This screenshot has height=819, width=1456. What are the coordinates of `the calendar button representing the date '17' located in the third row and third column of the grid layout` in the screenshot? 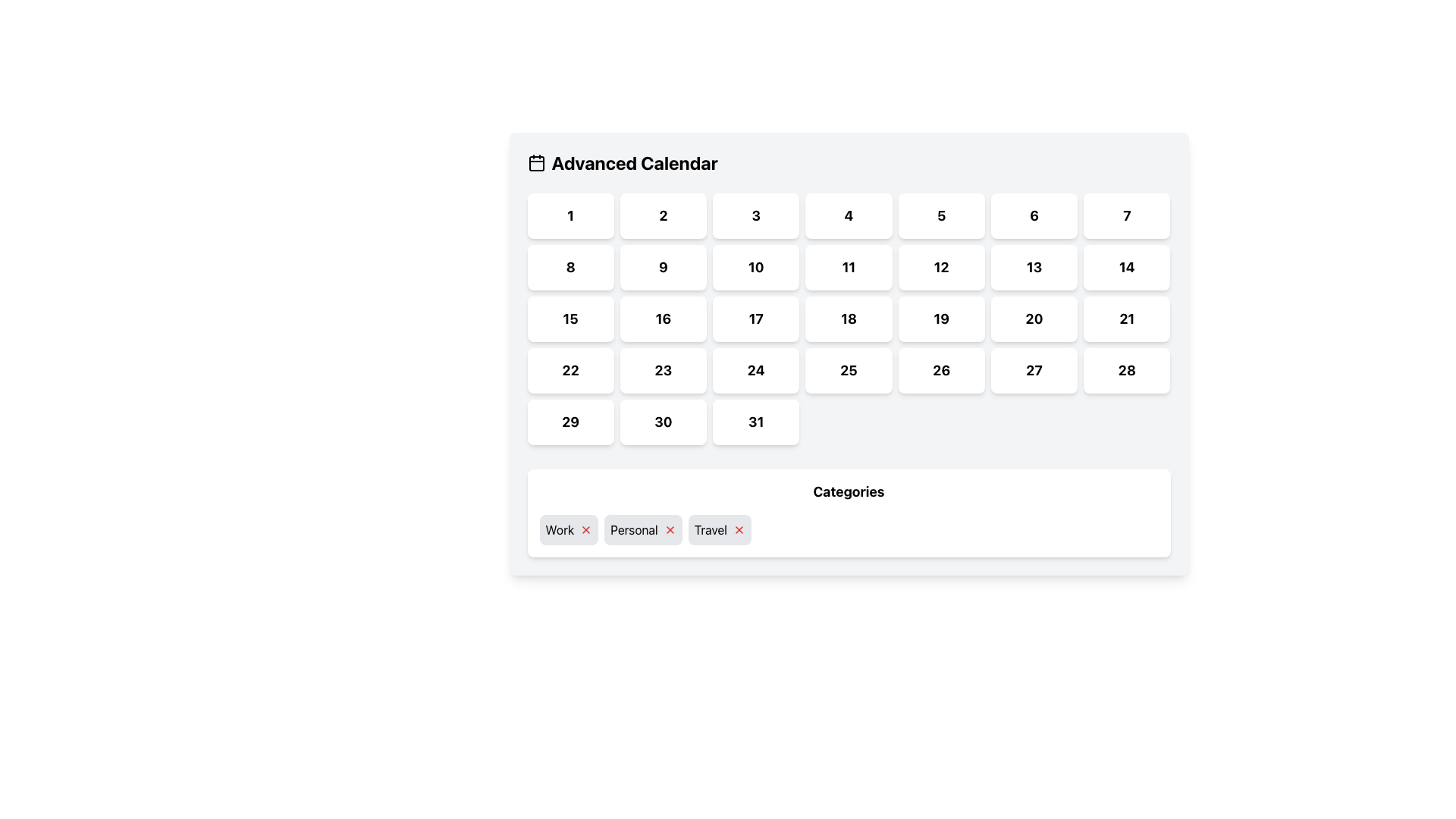 It's located at (756, 318).